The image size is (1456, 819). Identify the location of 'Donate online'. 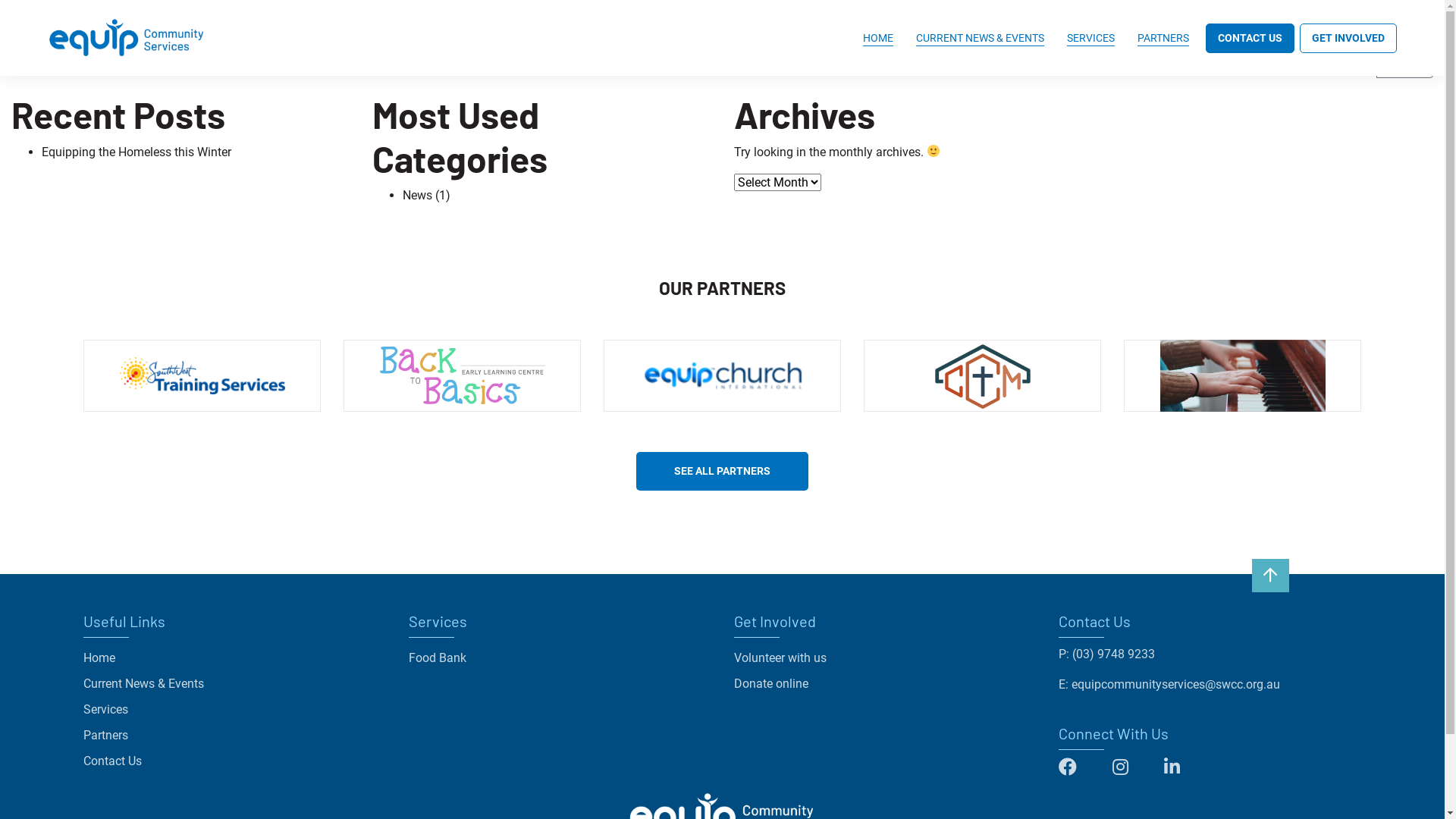
(734, 684).